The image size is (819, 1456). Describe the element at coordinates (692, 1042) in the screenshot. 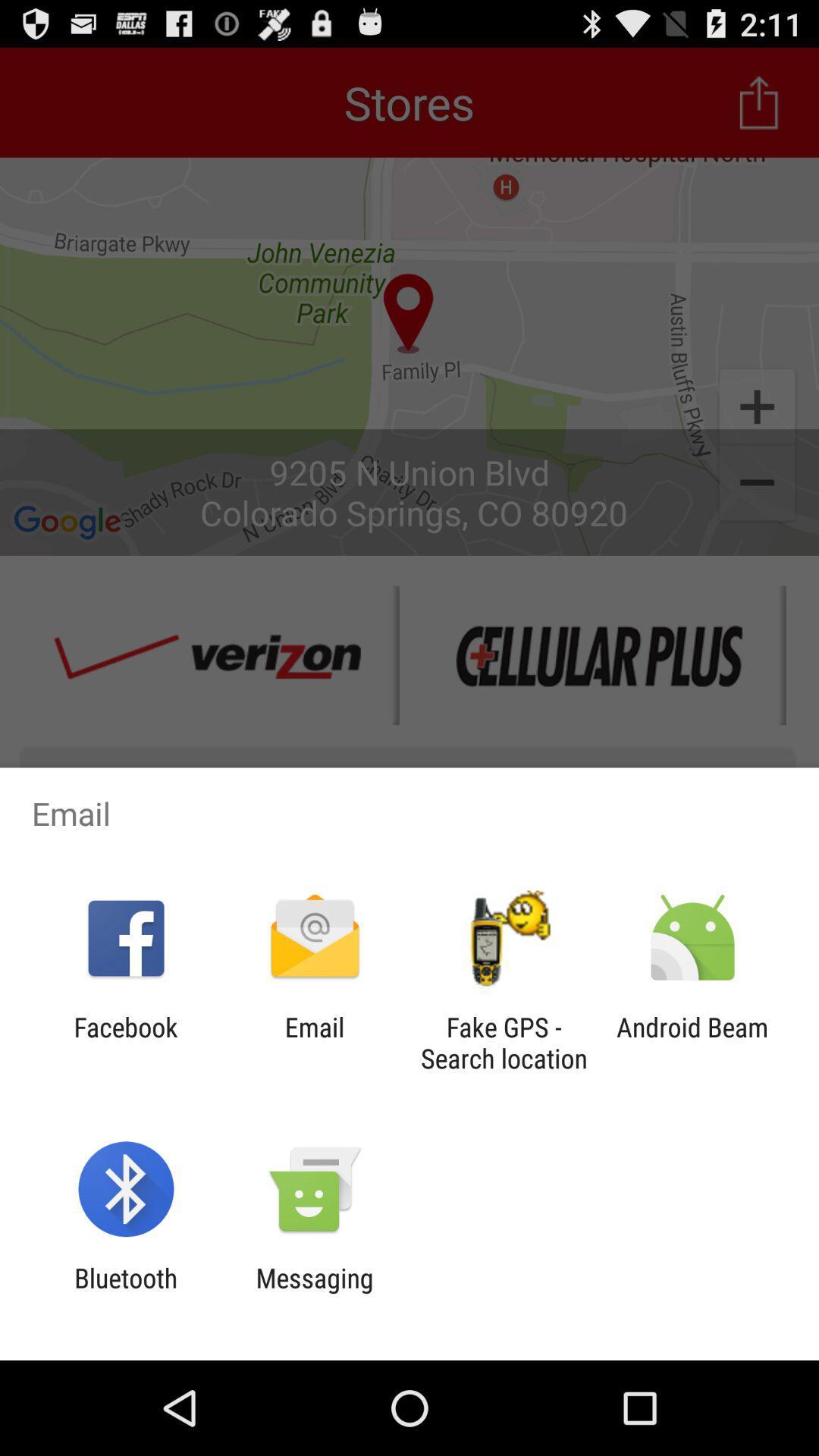

I see `the app next to fake gps search item` at that location.